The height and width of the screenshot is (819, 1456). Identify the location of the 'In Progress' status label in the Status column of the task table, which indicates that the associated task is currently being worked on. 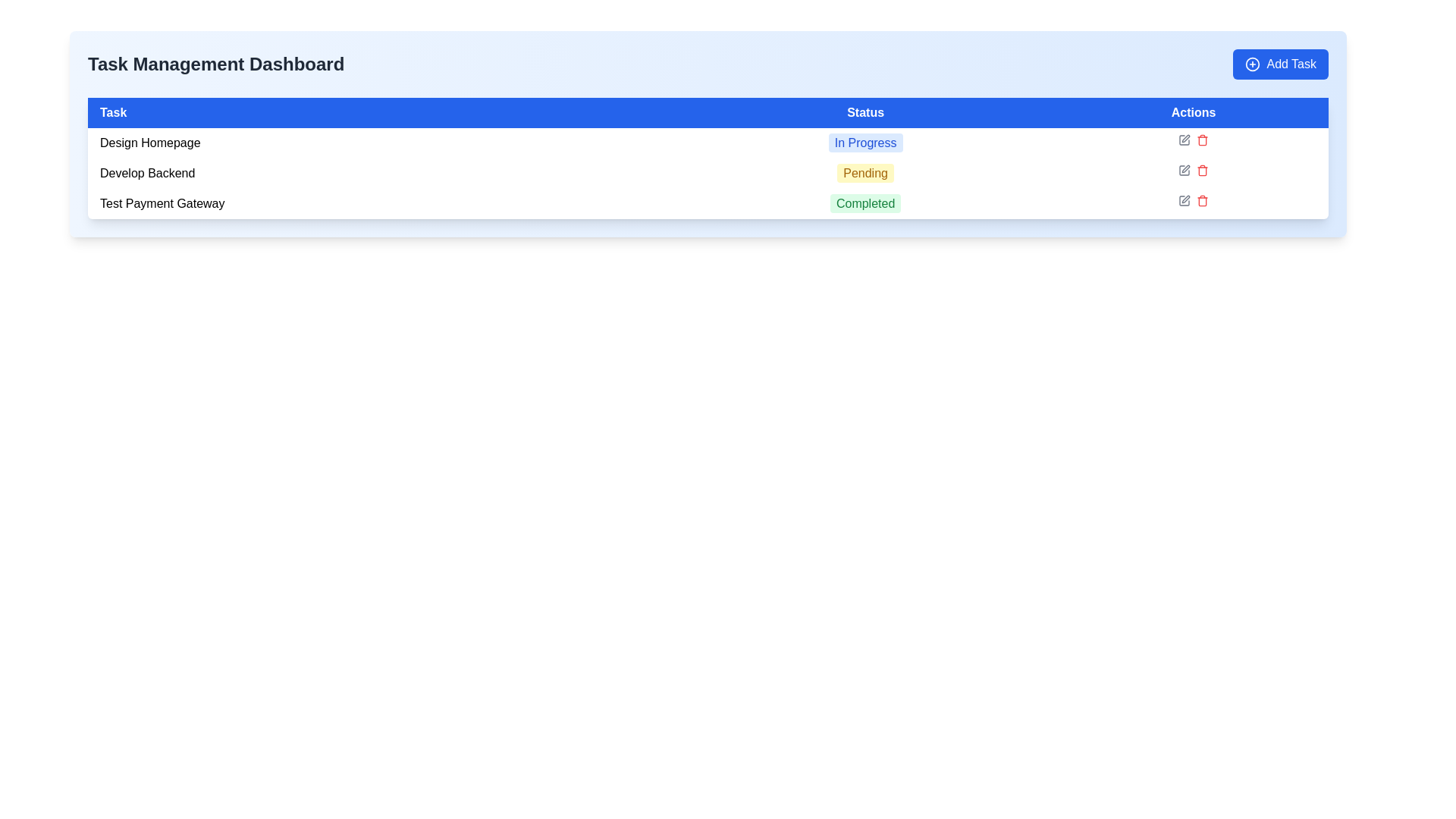
(865, 143).